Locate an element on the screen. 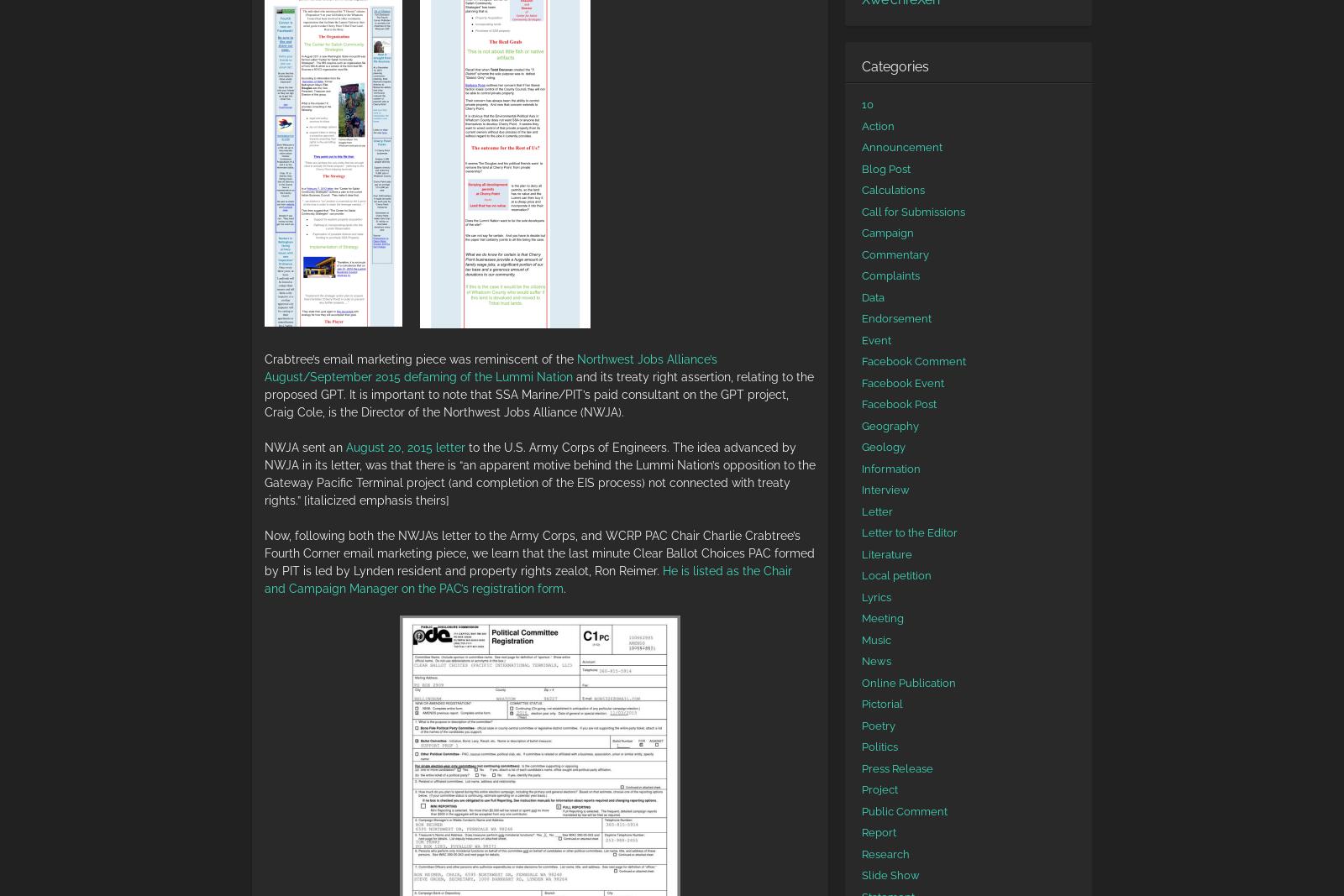 The width and height of the screenshot is (1344, 896). 'Campaign' is located at coordinates (861, 233).